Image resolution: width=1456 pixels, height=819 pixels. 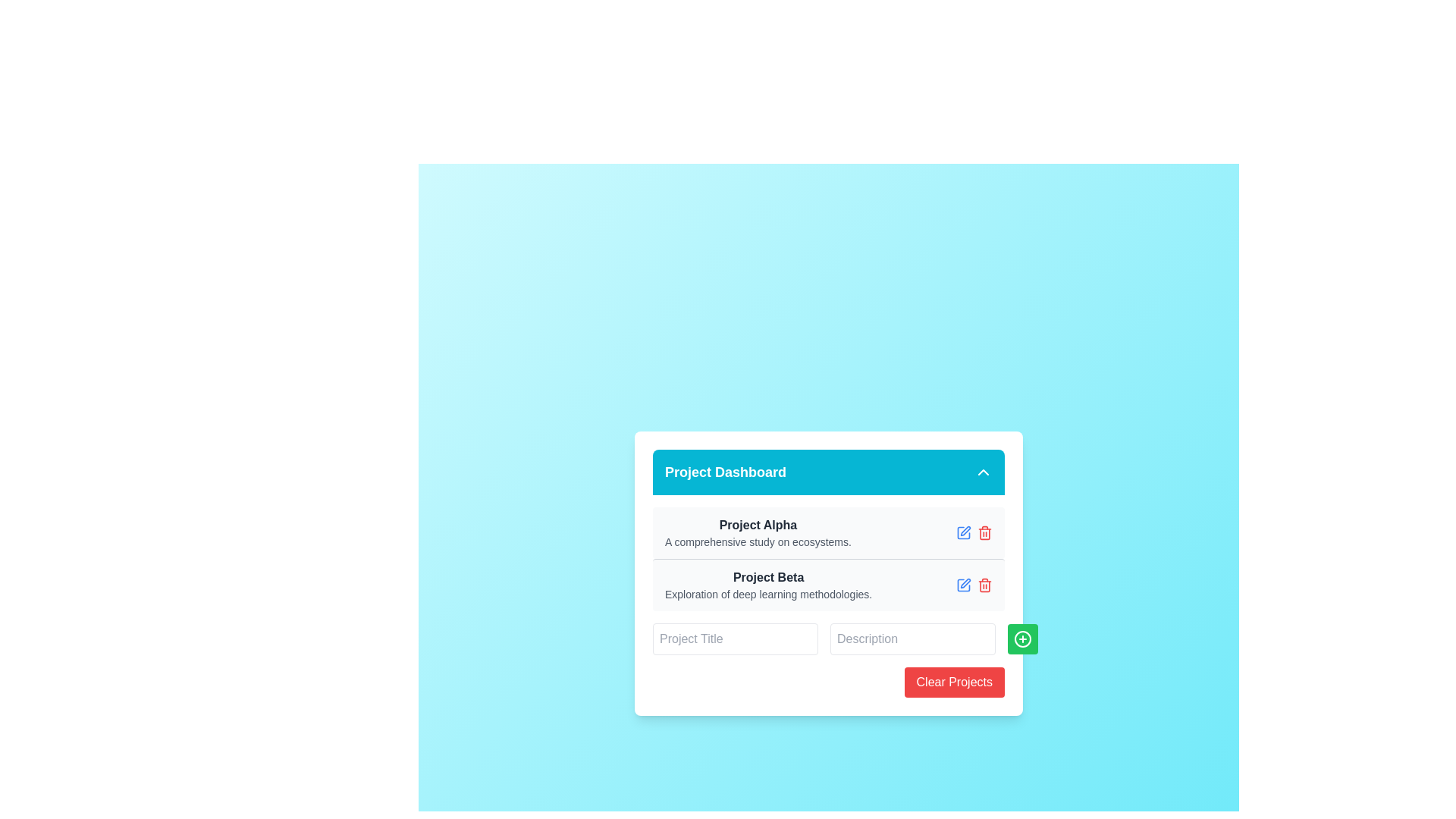 What do you see at coordinates (758, 541) in the screenshot?
I see `the text label providing additional information about the project titled 'Project Alpha', located directly beneath the bold text in the first project card of the 'Project Dashboard' section` at bounding box center [758, 541].